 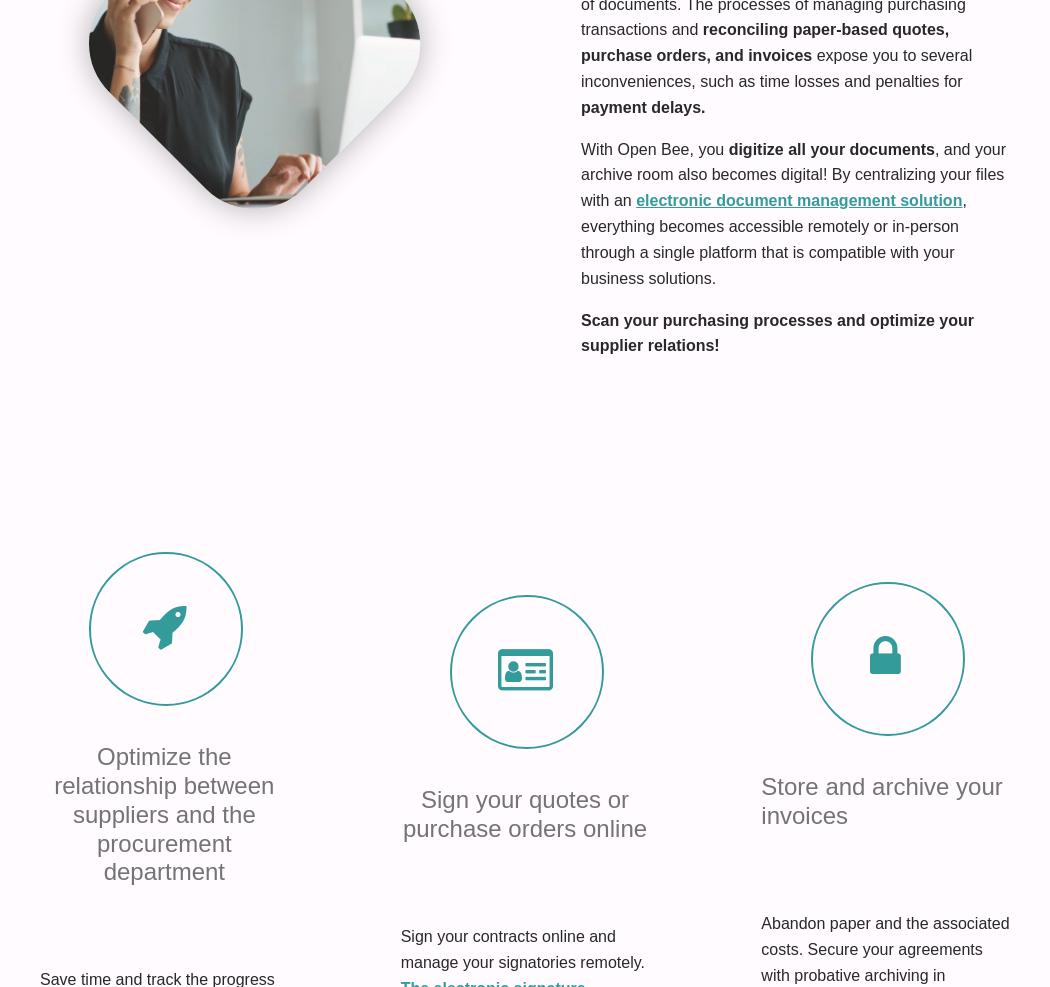 What do you see at coordinates (929, 698) in the screenshot?
I see `'Become a partner'` at bounding box center [929, 698].